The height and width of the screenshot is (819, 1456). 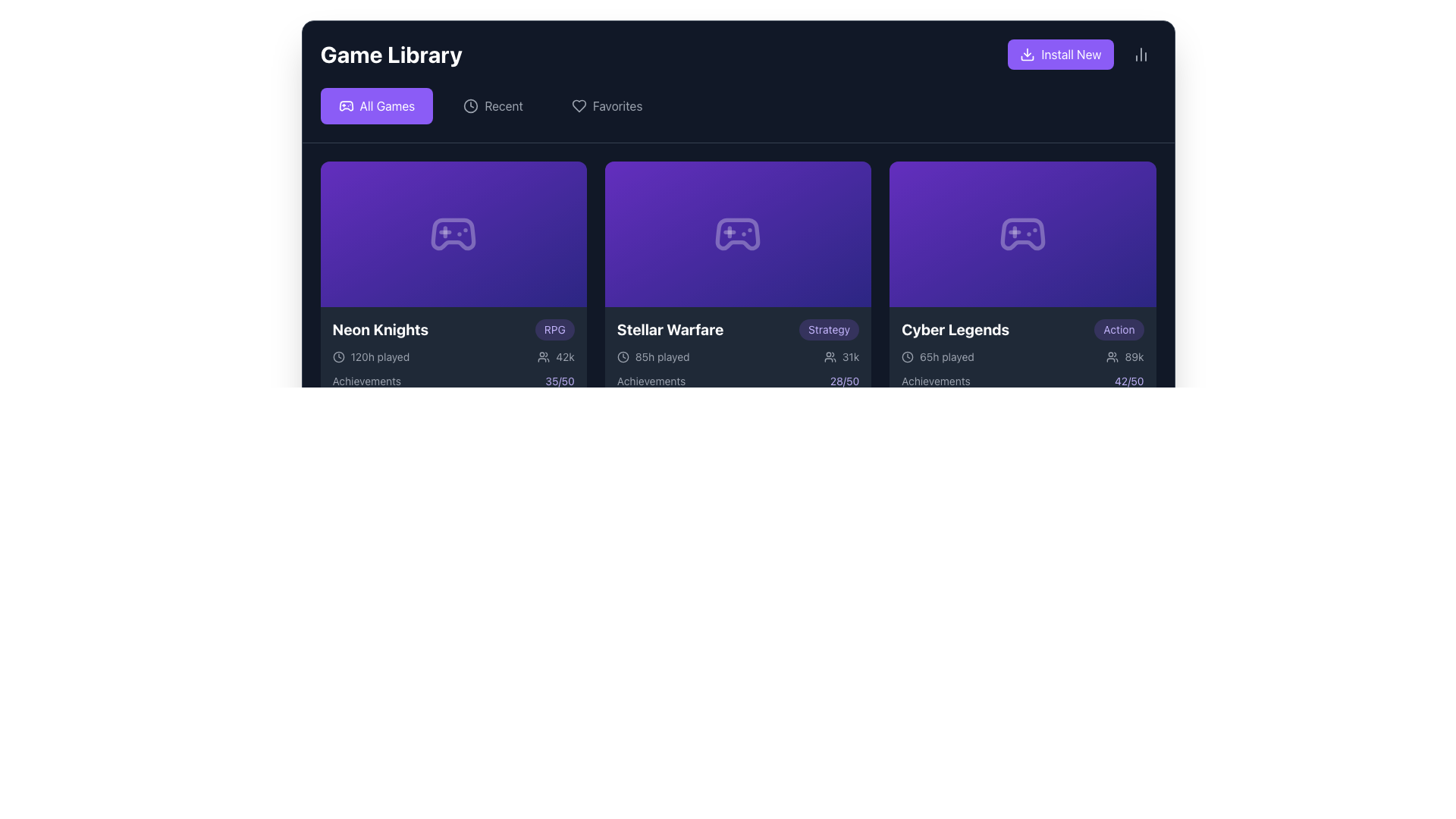 I want to click on the 'Favorites' text label in the header section, so click(x=617, y=105).